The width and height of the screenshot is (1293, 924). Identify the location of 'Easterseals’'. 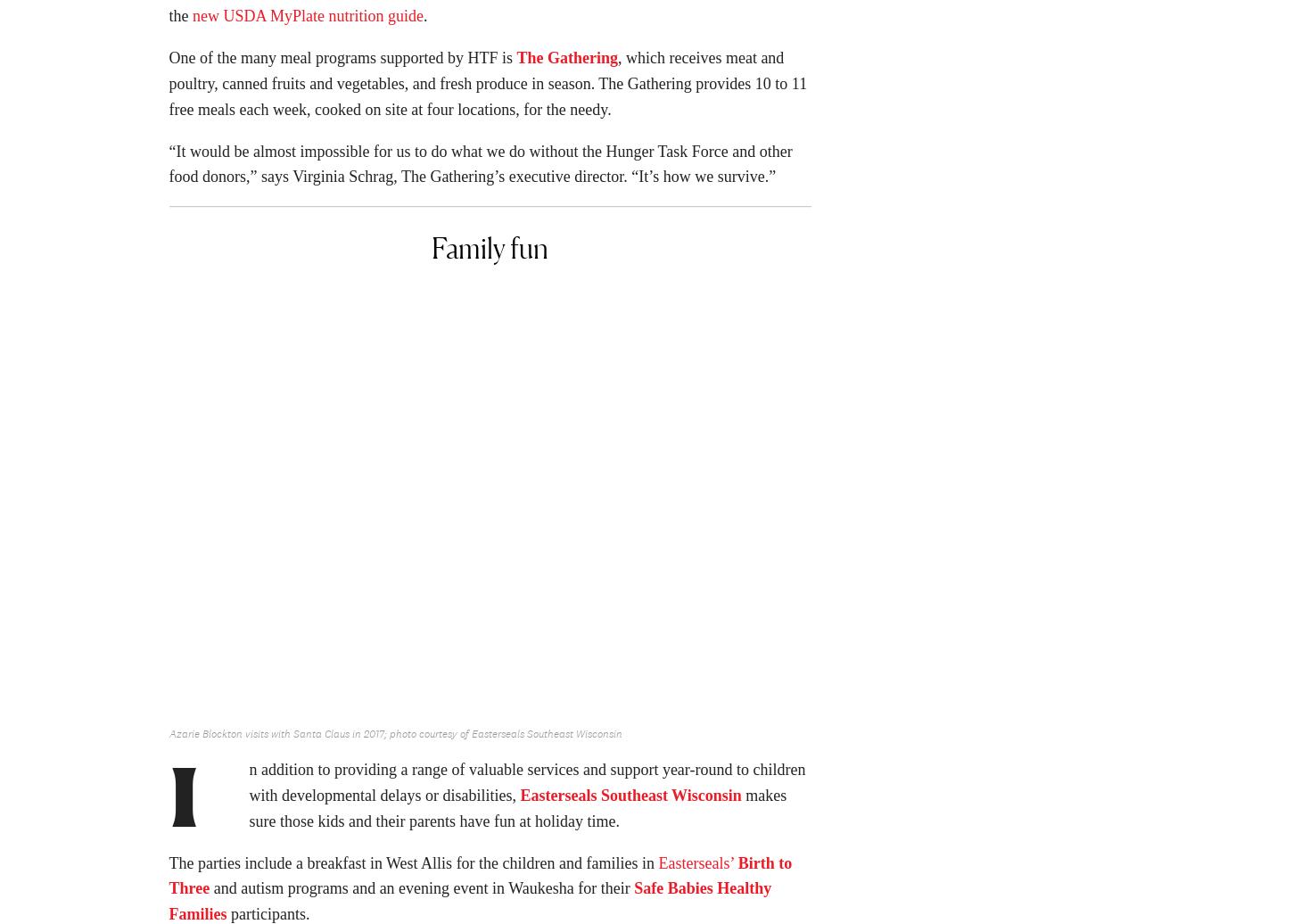
(697, 869).